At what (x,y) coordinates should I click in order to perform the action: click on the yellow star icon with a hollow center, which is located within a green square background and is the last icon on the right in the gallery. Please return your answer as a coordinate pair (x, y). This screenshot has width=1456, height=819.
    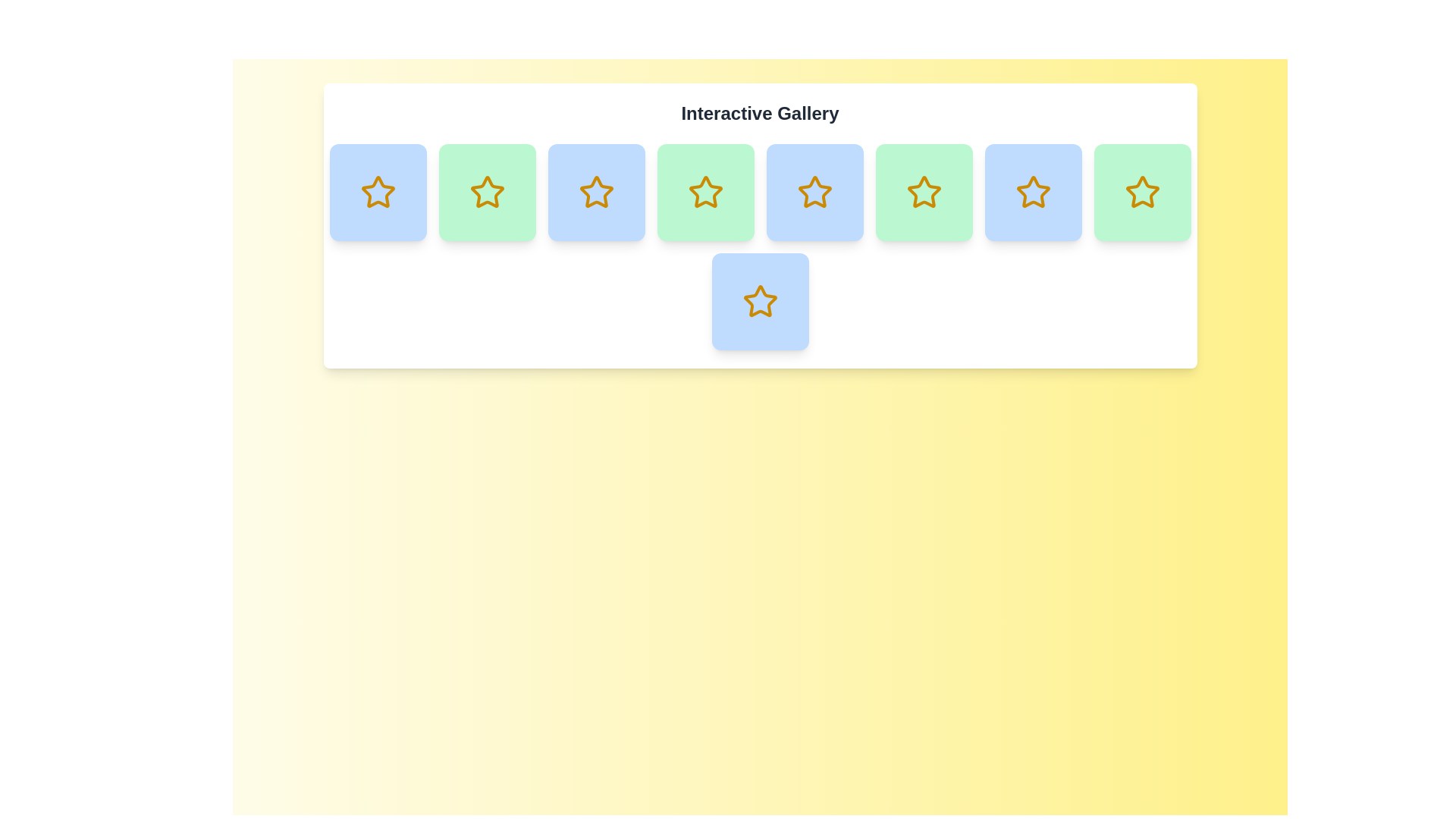
    Looking at the image, I should click on (1142, 191).